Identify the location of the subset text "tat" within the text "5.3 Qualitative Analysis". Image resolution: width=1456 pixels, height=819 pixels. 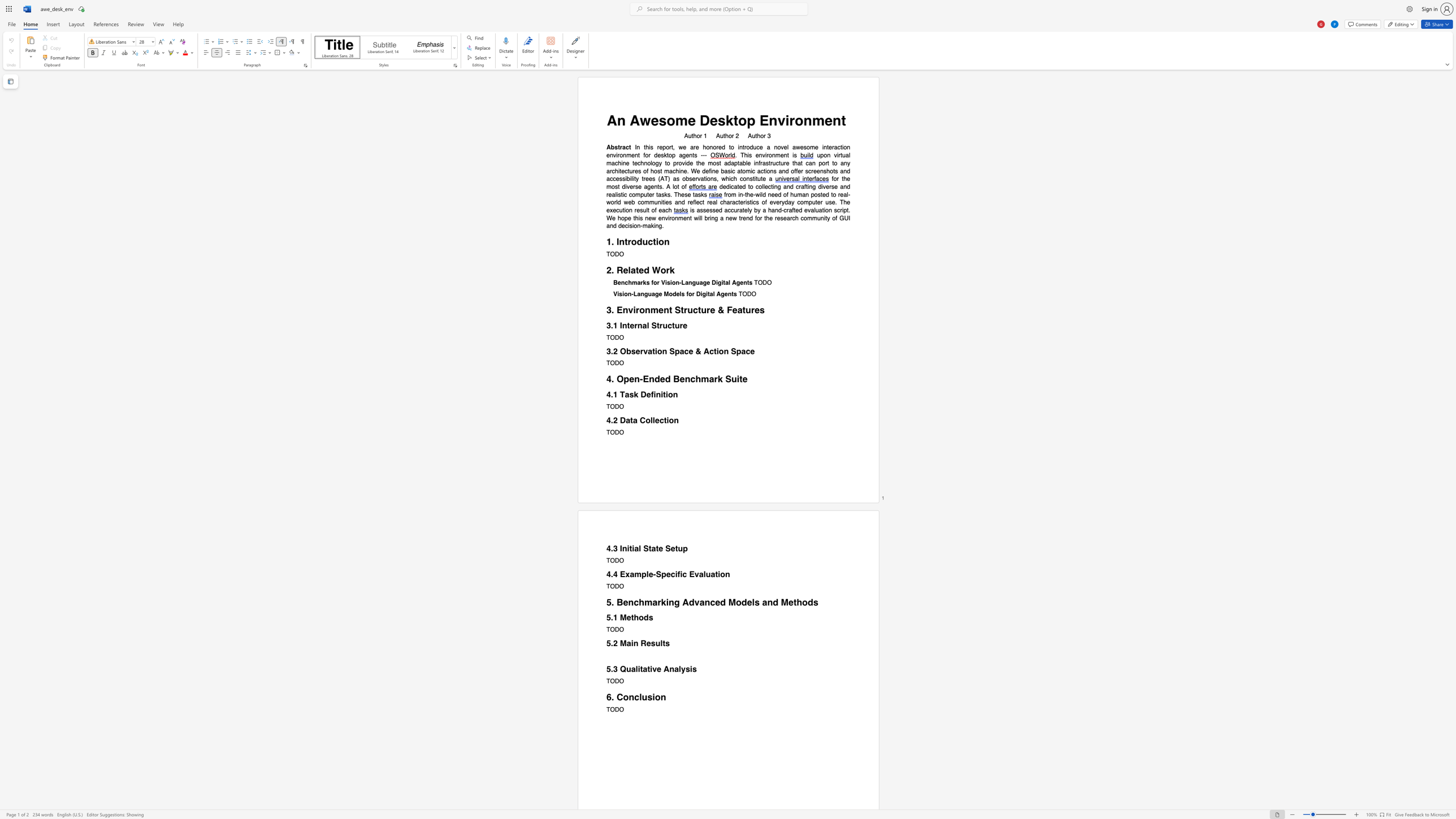
(640, 669).